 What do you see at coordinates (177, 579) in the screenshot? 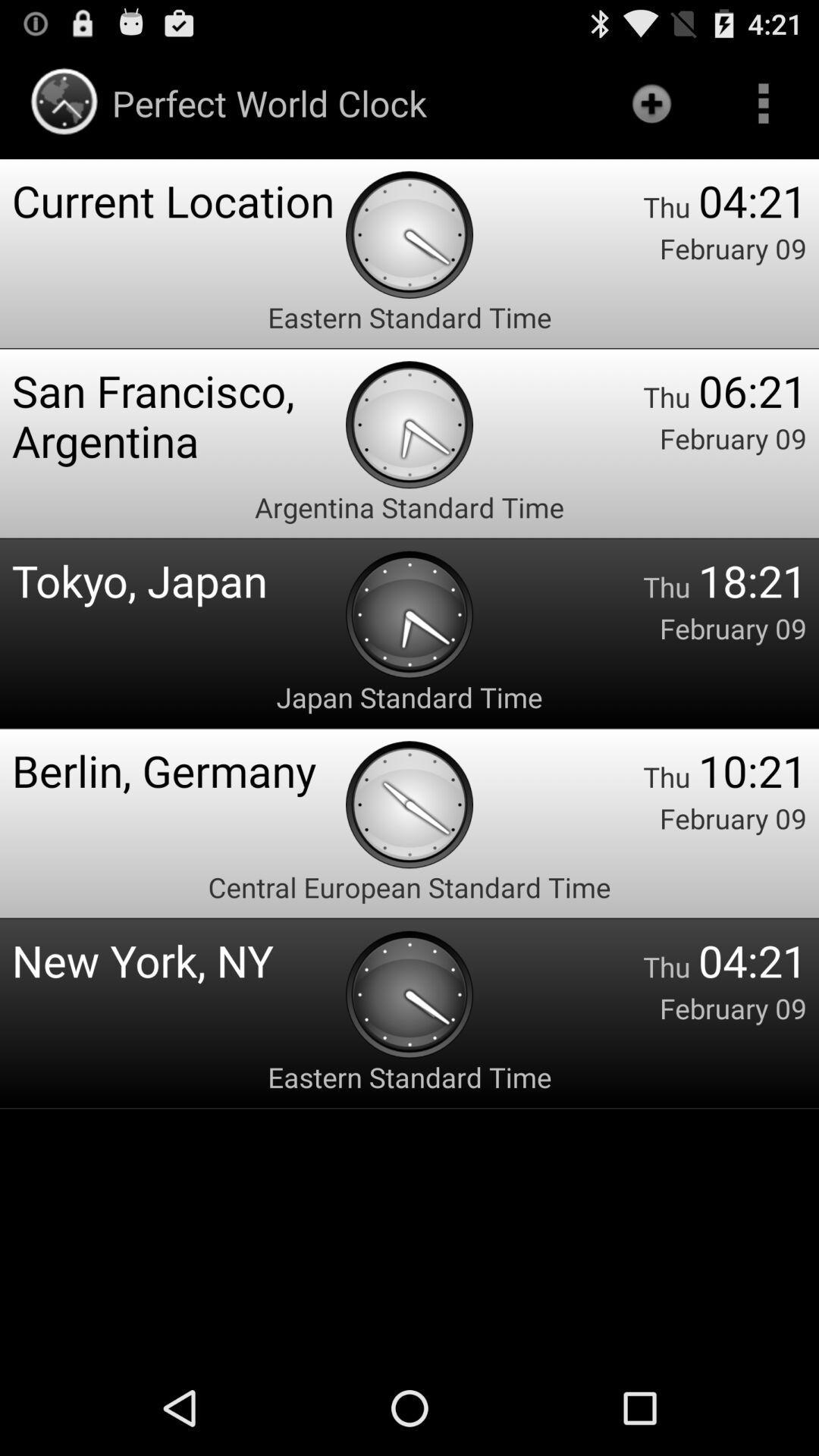
I see `the icon below argentina standard time item` at bounding box center [177, 579].